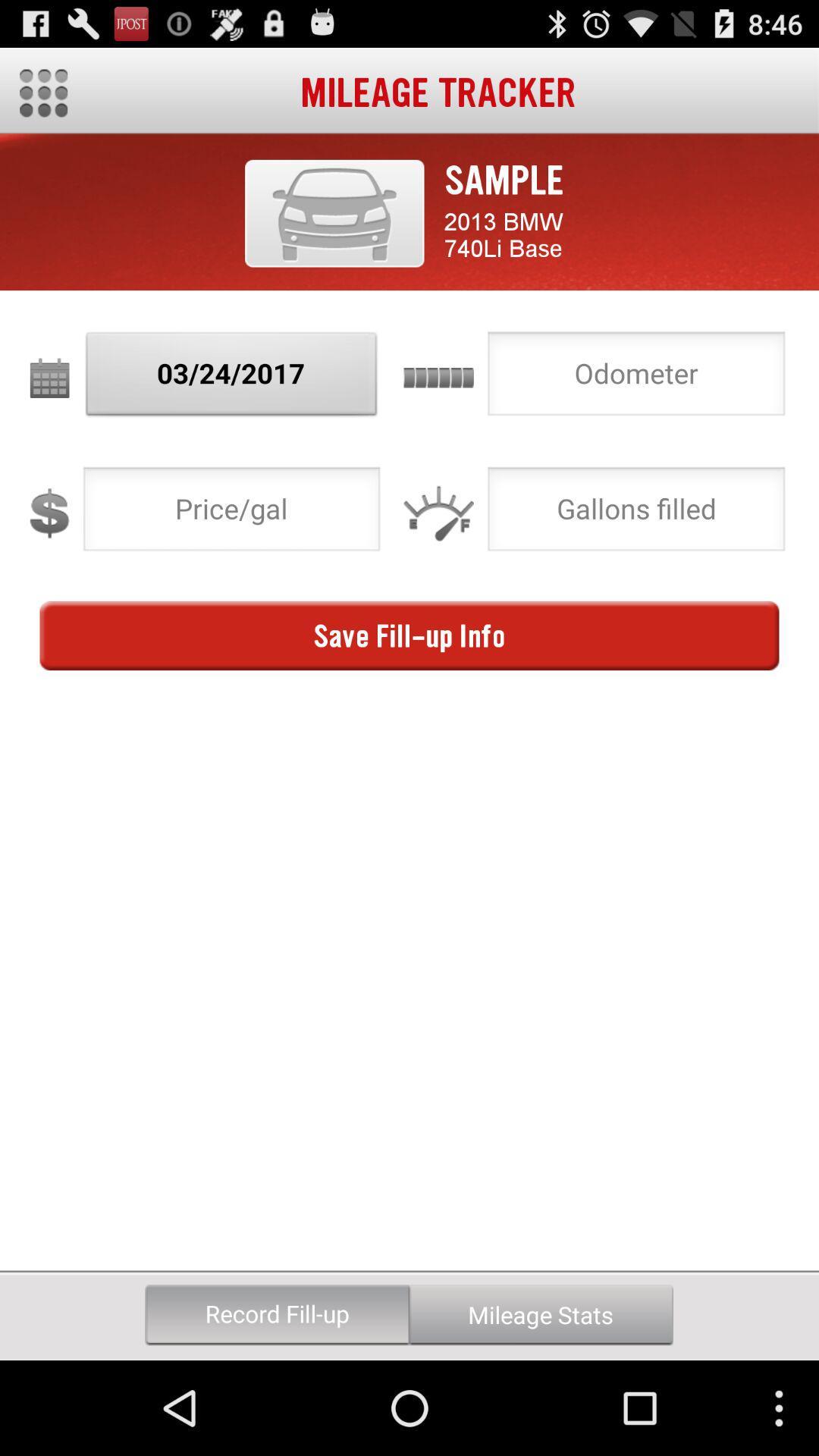  Describe the element at coordinates (231, 513) in the screenshot. I see `price per gallon` at that location.